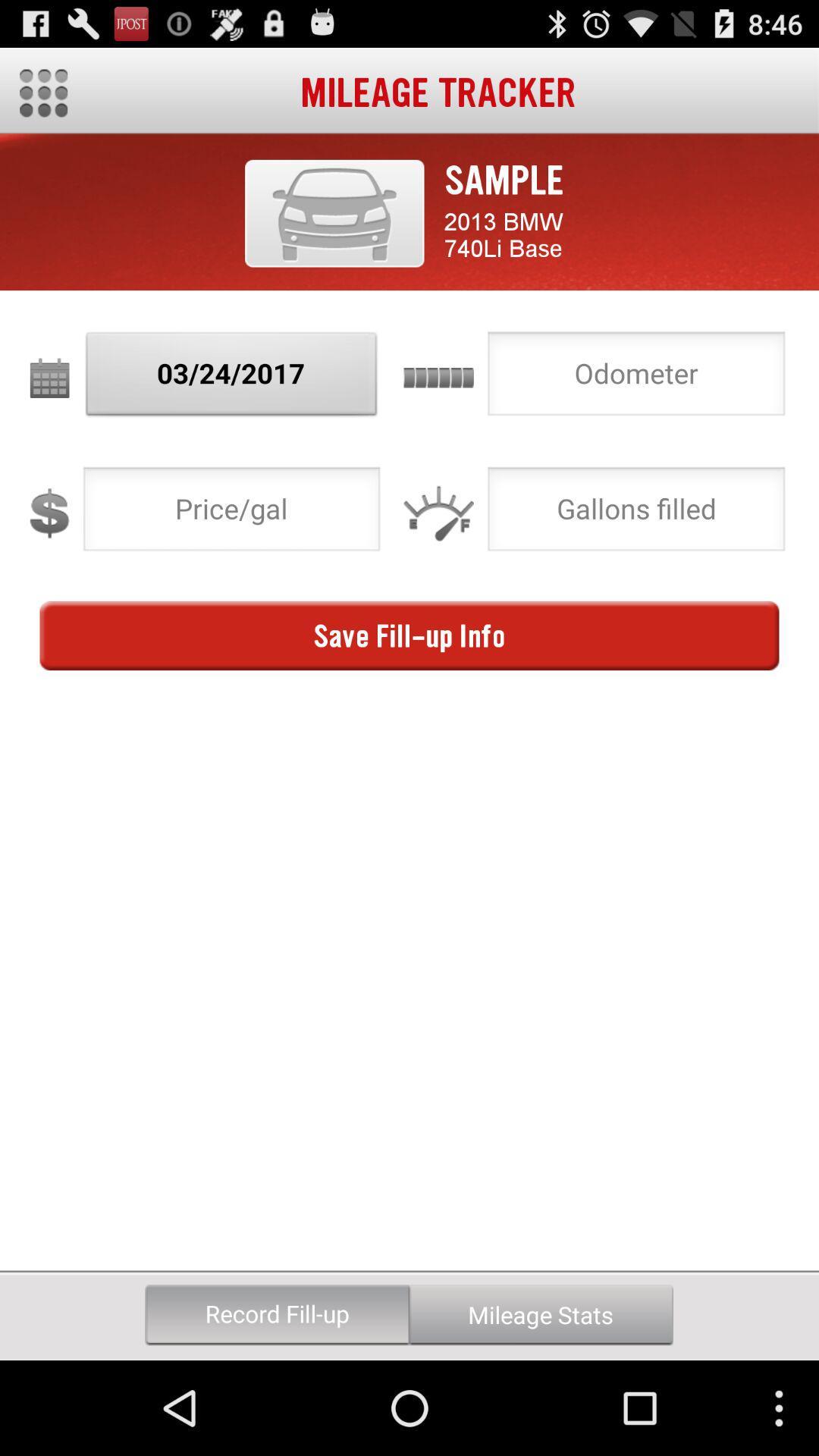  Describe the element at coordinates (231, 513) in the screenshot. I see `price per gallon` at that location.